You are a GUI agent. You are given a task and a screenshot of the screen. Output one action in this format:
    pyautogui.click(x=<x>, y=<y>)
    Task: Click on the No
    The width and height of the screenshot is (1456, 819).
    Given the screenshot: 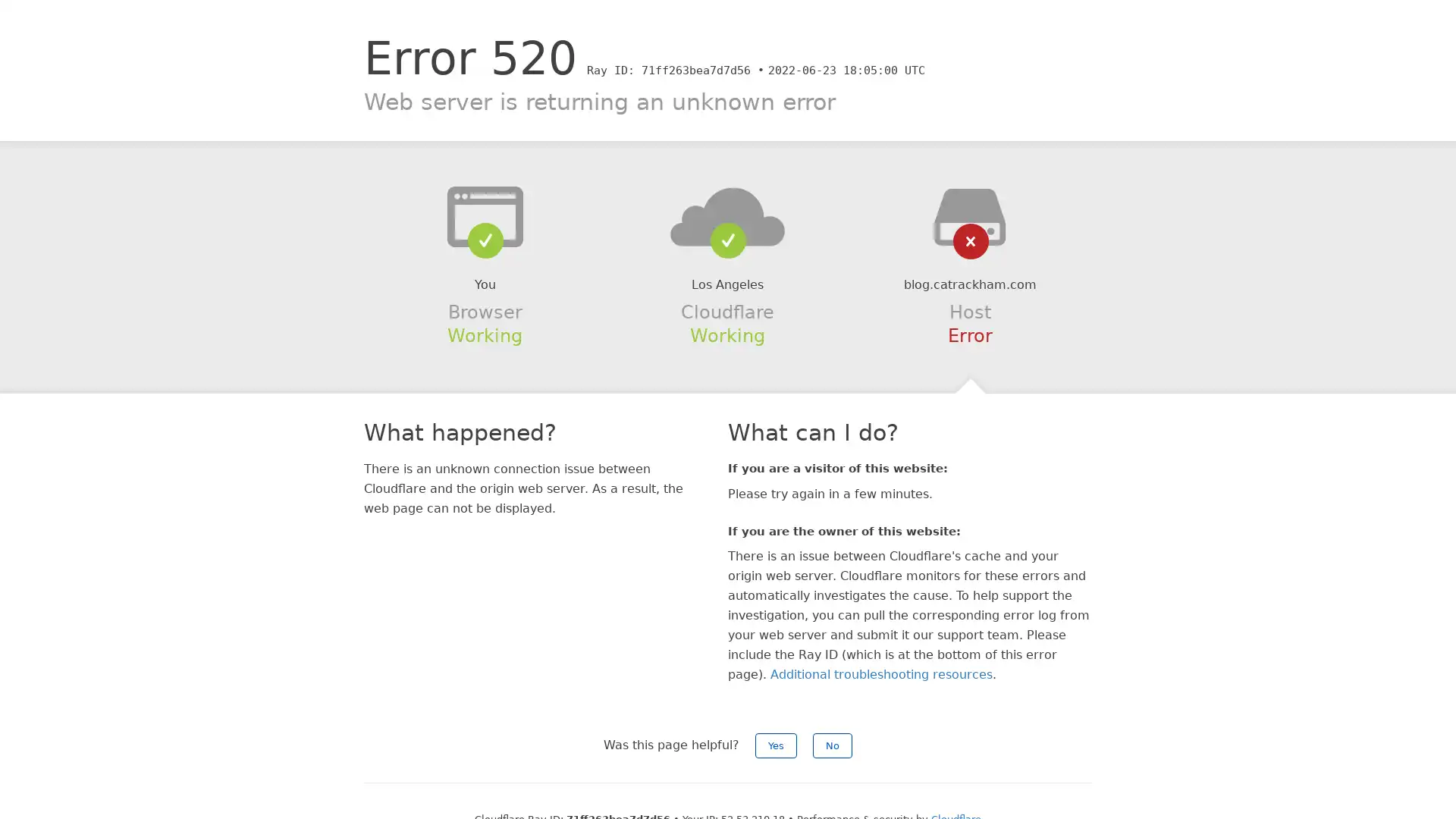 What is the action you would take?
    pyautogui.click(x=832, y=745)
    